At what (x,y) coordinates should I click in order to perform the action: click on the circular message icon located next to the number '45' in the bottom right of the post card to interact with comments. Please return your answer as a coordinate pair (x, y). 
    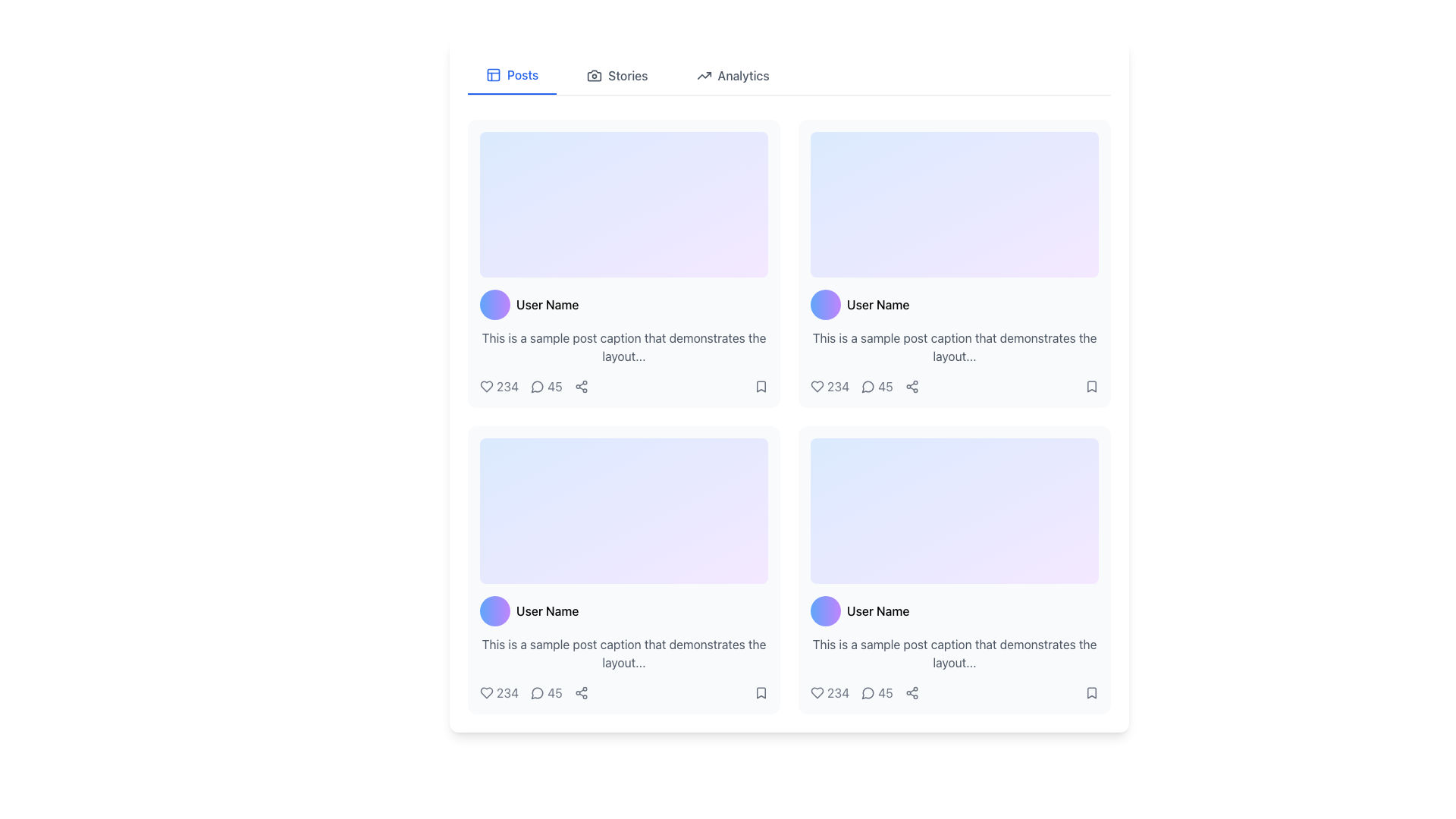
    Looking at the image, I should click on (868, 385).